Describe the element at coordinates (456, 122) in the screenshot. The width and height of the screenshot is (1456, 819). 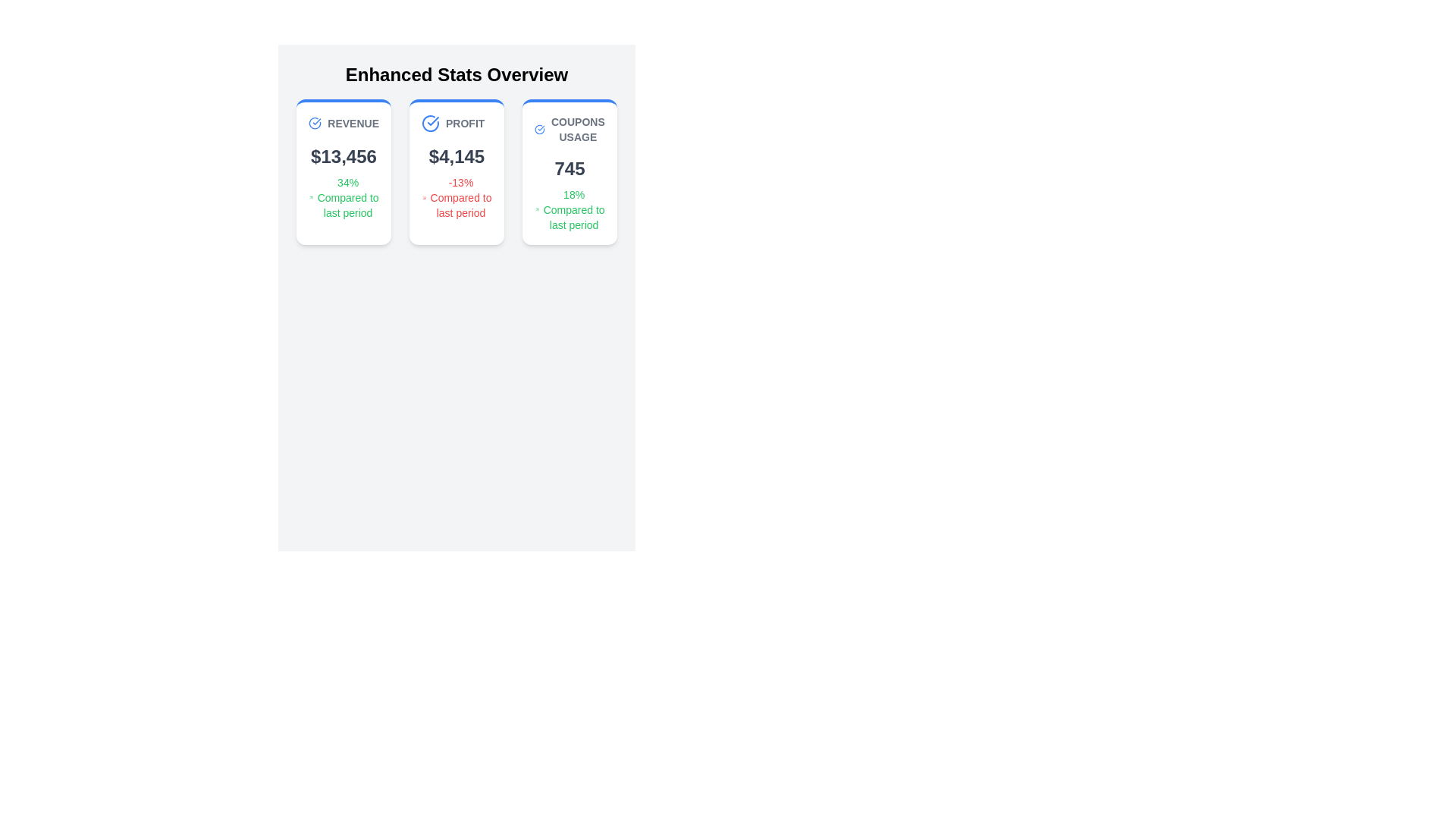
I see `the 'Profit' text label located at the upper center of the middle card, adjacent to a blue checkmark icon` at that location.